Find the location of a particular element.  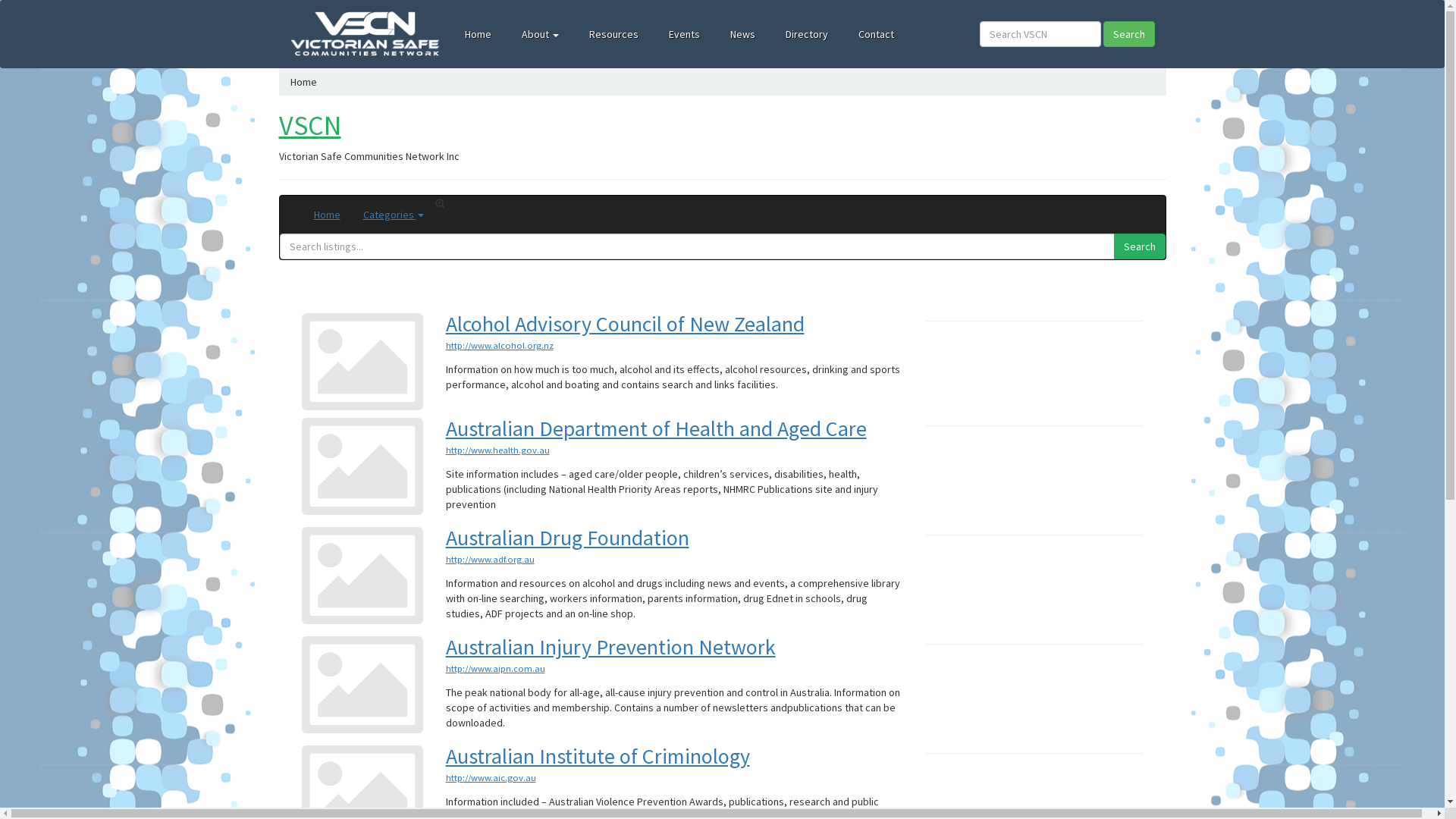

'http://www.alcohol.org.nz' is located at coordinates (499, 345).